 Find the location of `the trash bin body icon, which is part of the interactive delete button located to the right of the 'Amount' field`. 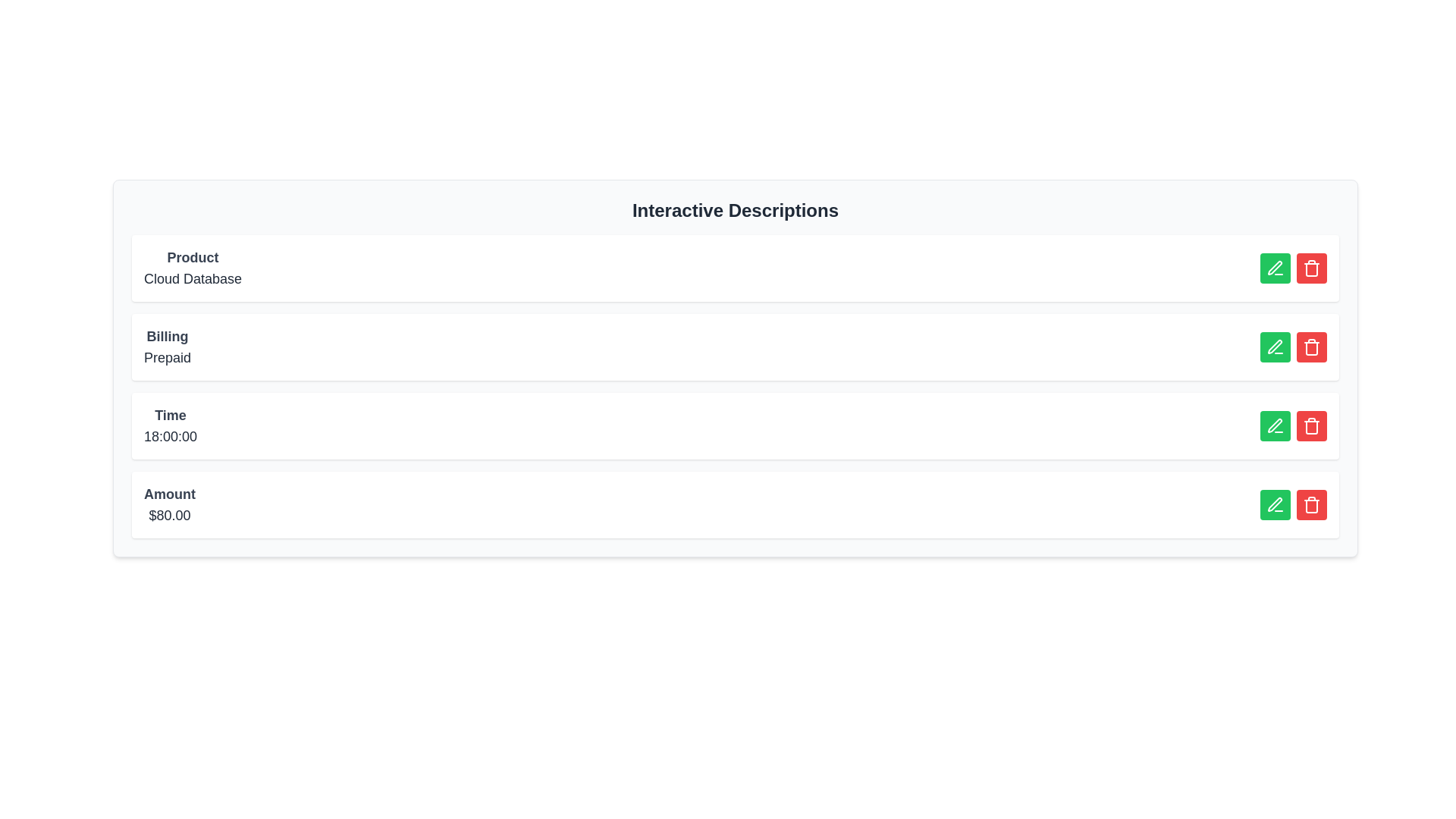

the trash bin body icon, which is part of the interactive delete button located to the right of the 'Amount' field is located at coordinates (1310, 506).